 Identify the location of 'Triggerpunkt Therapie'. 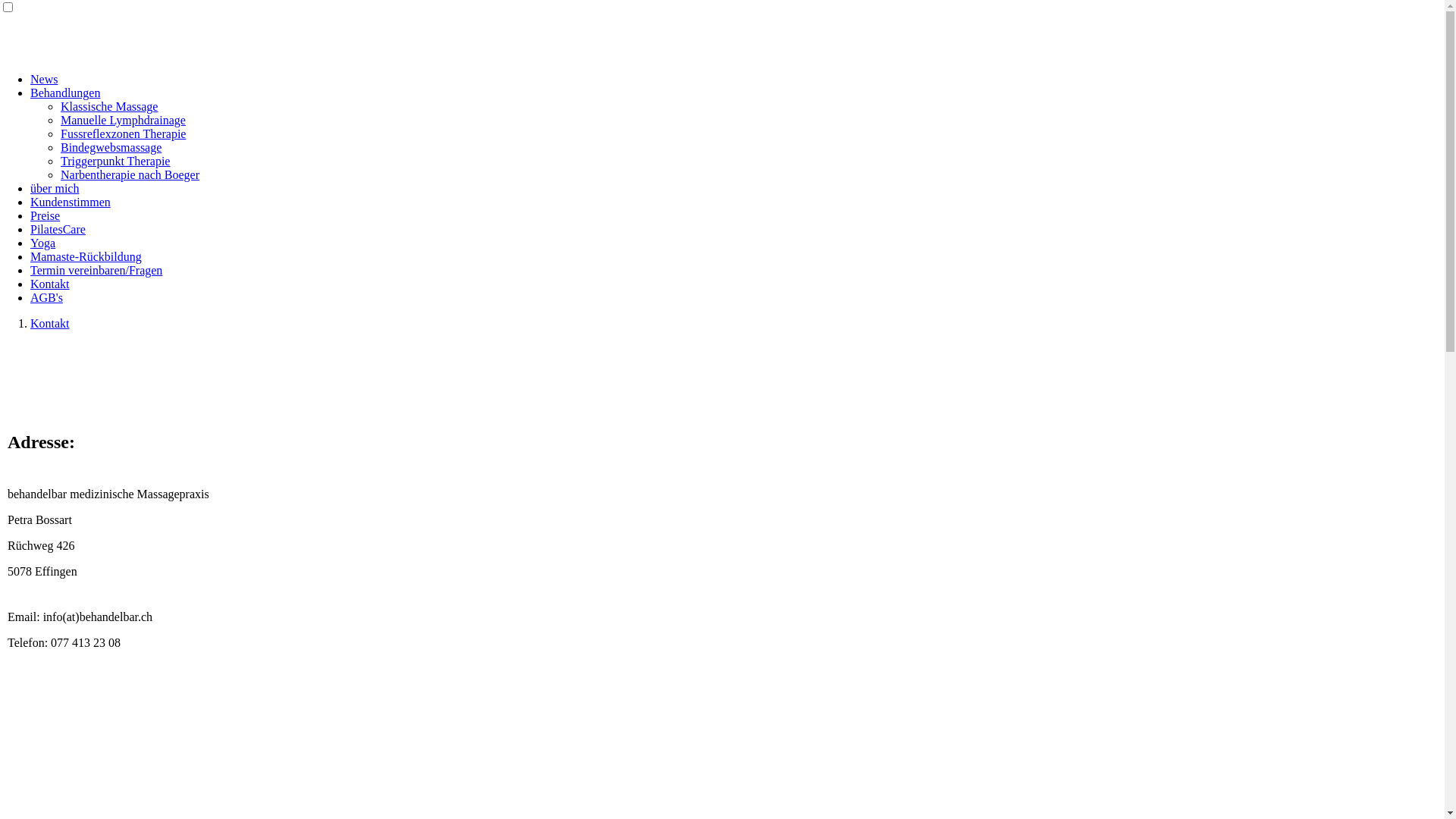
(115, 161).